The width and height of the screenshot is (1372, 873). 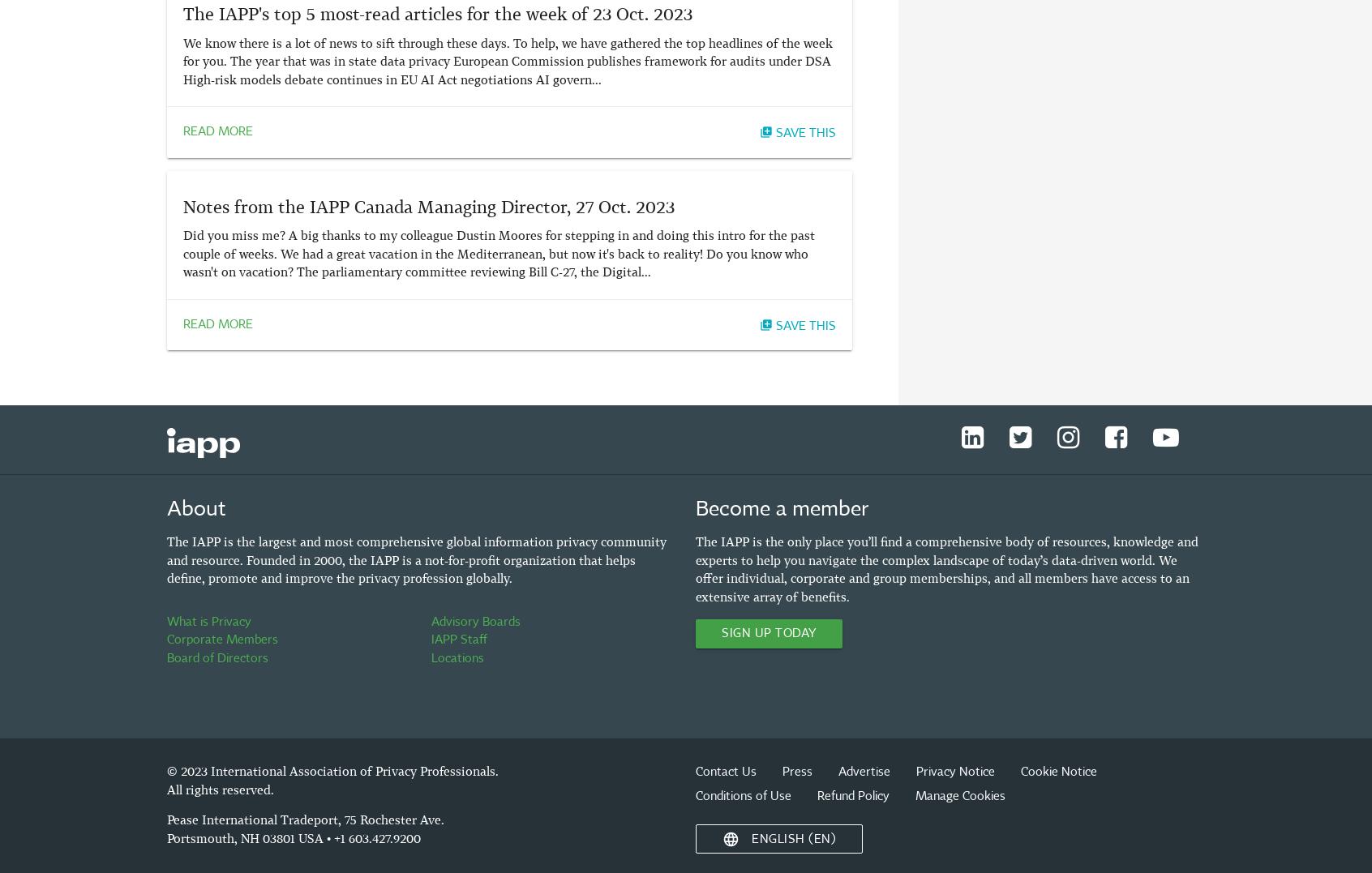 What do you see at coordinates (417, 559) in the screenshot?
I see `'The IAPP is the largest and most comprehensive global information privacy community and resource. Founded in 2000, the IAPP is a not-for-profit organization that helps define, promote and improve the privacy profession globally.'` at bounding box center [417, 559].